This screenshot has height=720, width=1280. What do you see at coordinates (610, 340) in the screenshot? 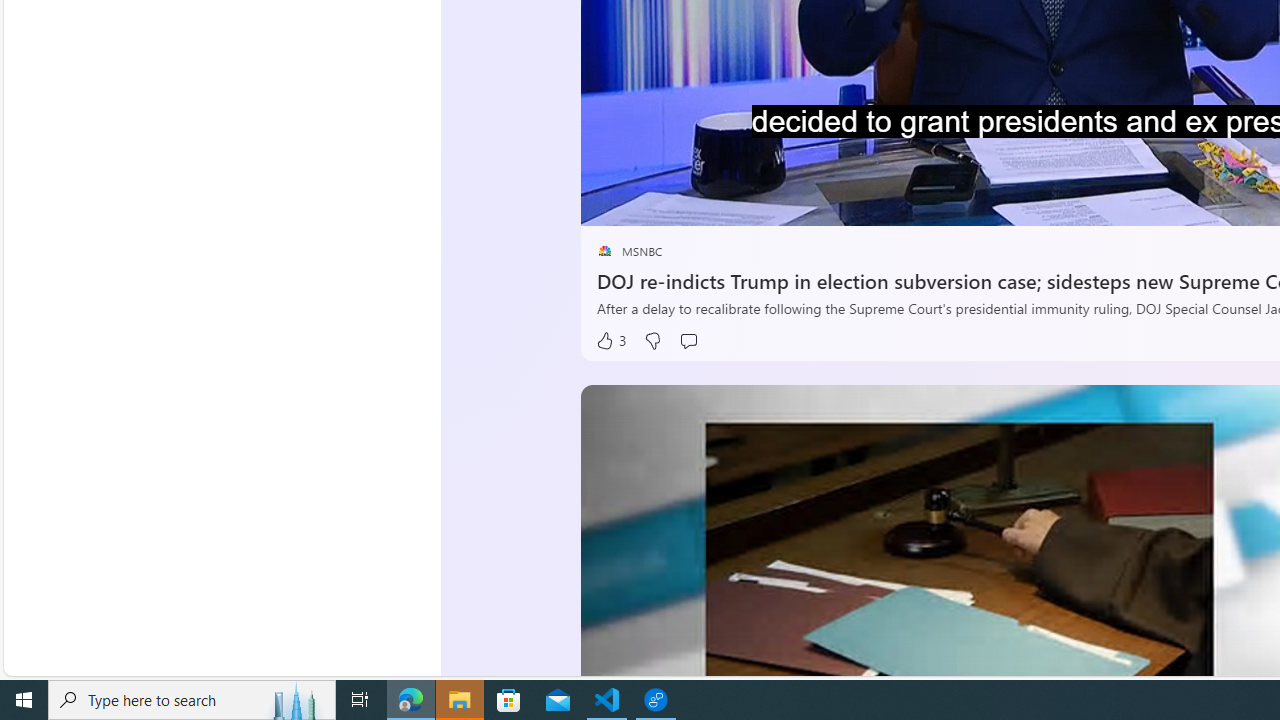
I see `'3 Like'` at bounding box center [610, 340].